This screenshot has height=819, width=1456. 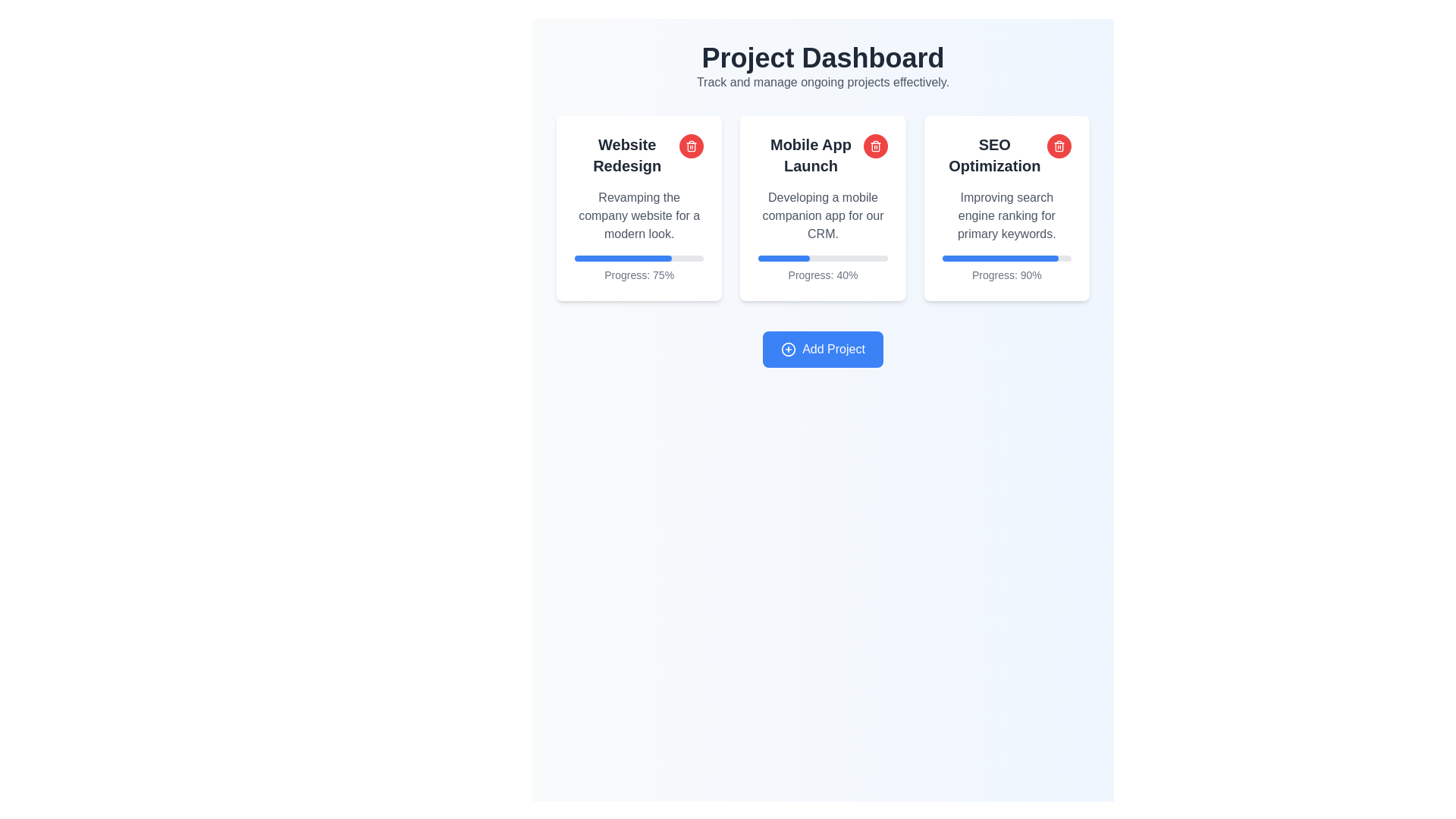 I want to click on the circular button with a red background and a white trash can icon, located in the top-right corner of the 'Mobile App Launch' card to interact with its hover effect, so click(x=875, y=146).